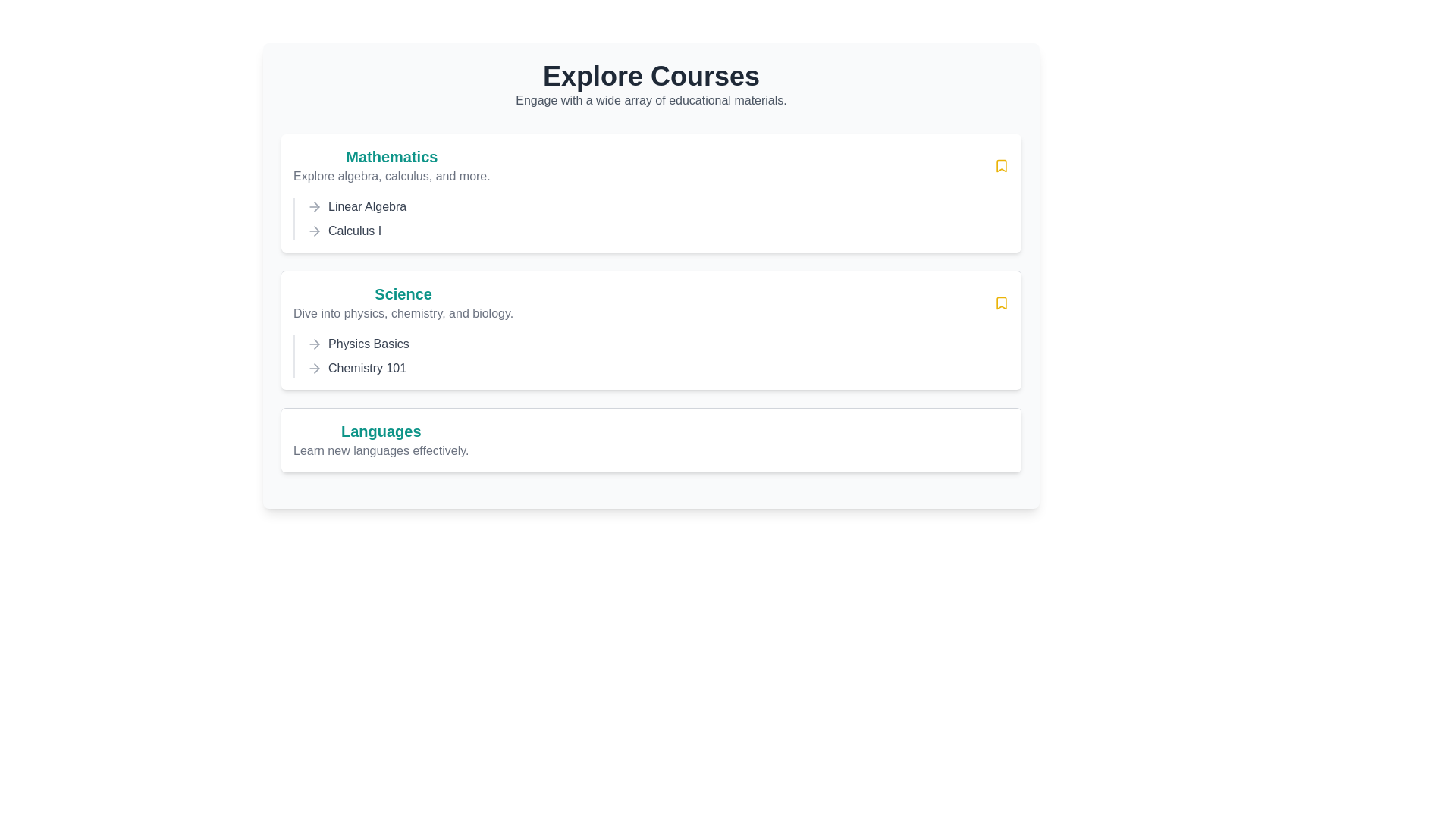 This screenshot has height=819, width=1456. I want to click on the header of the 'Science' course category text block, so click(403, 303).